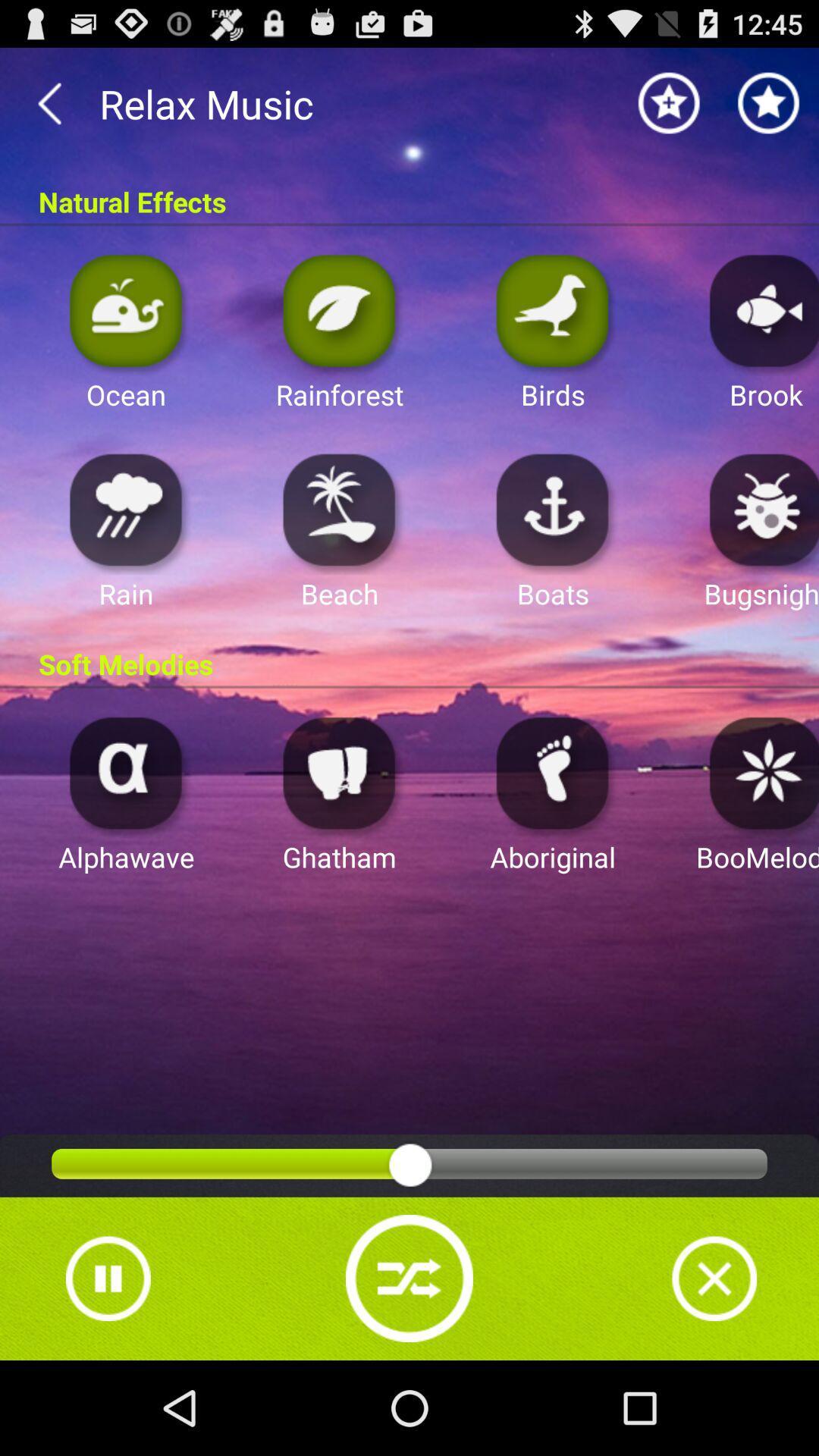 The image size is (819, 1456). Describe the element at coordinates (760, 826) in the screenshot. I see `the star icon` at that location.